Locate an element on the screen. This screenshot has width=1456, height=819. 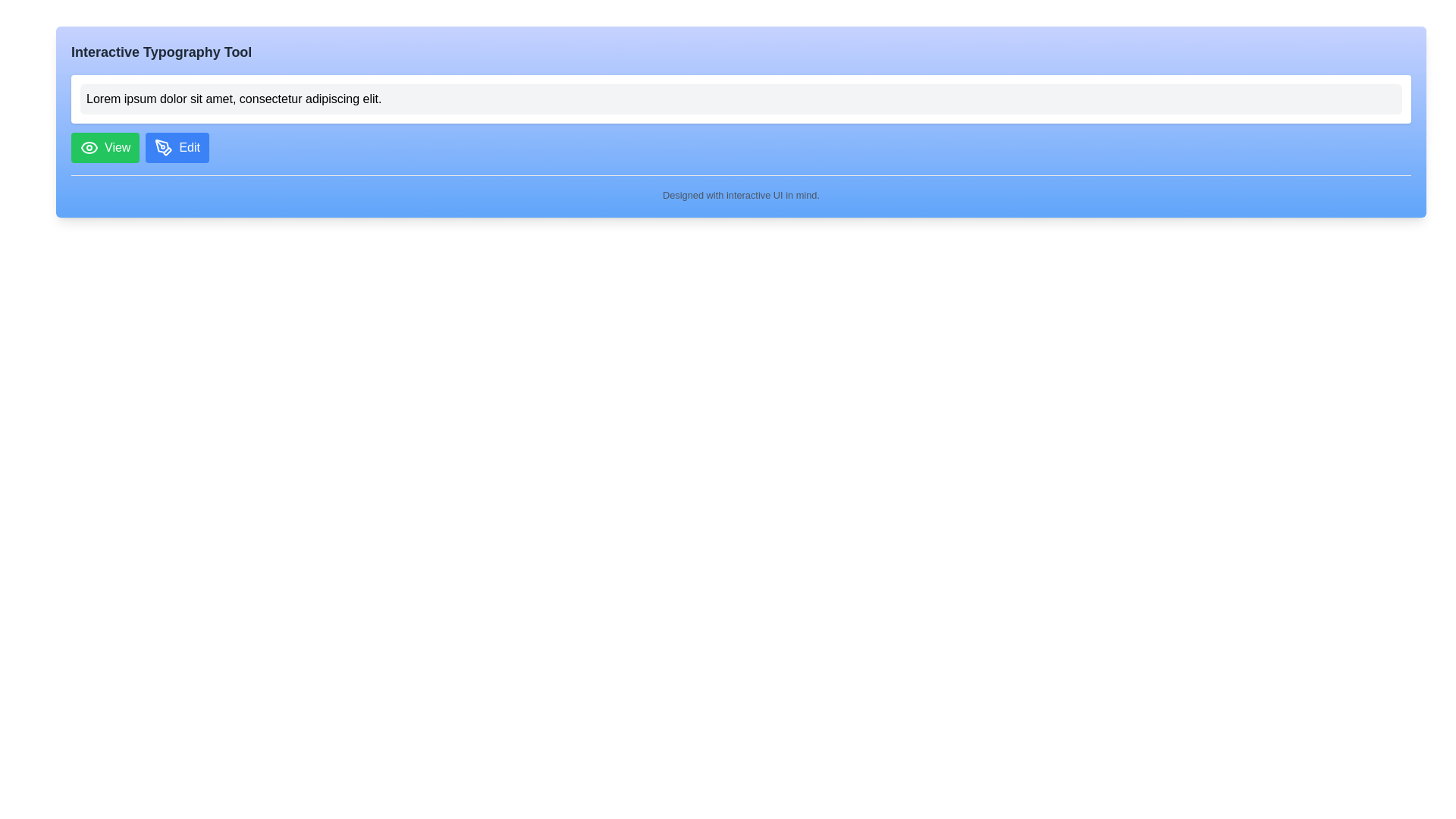
the Text Label displaying 'Interactive Typography Tool' in bold with a larger font size, located in the blue header area at the top-left of the panel is located at coordinates (162, 52).